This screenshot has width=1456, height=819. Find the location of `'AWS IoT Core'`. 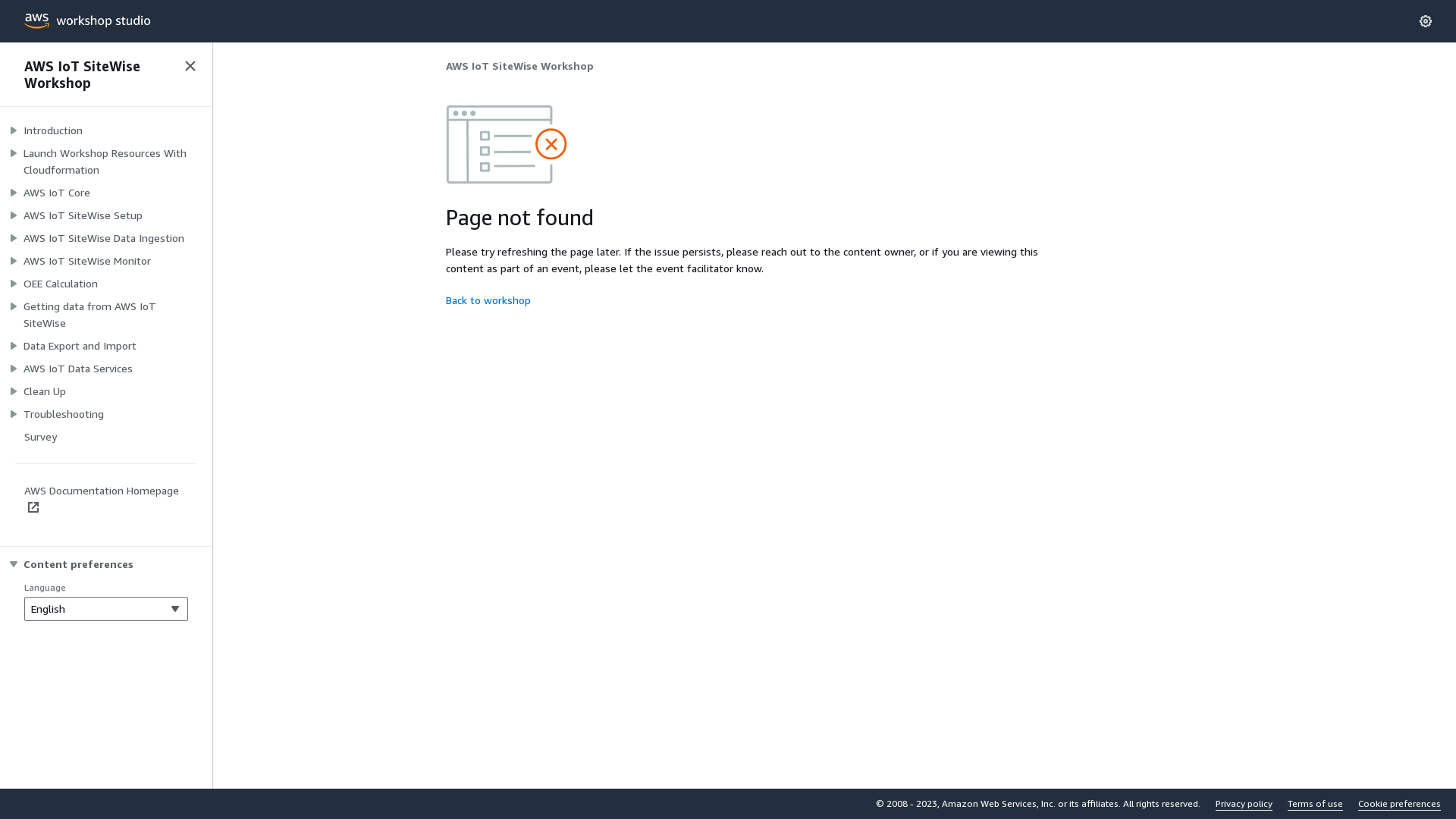

'AWS IoT Core' is located at coordinates (57, 192).